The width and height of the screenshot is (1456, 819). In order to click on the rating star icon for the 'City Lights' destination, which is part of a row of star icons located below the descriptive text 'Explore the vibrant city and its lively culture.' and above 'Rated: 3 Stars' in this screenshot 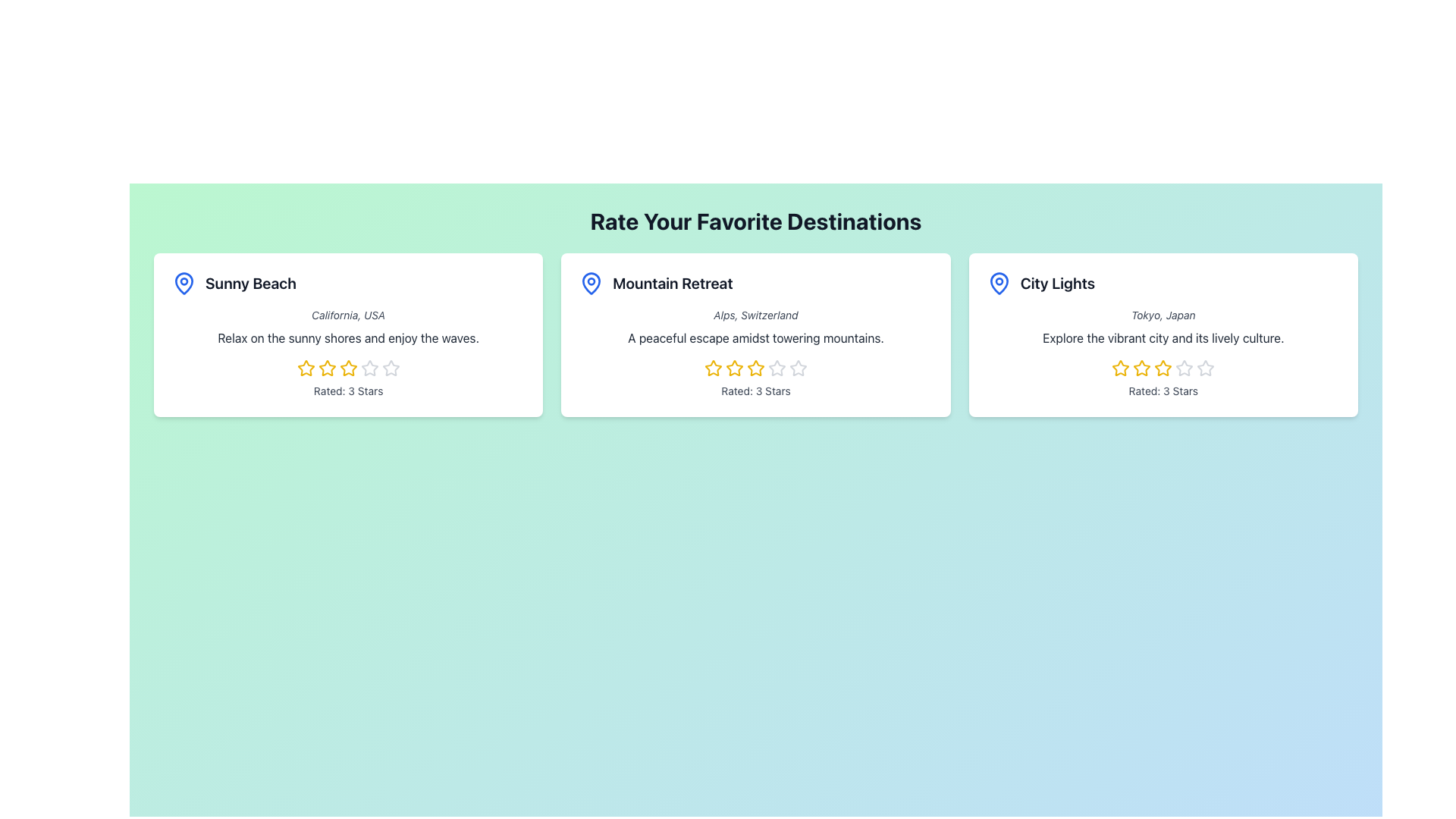, I will do `click(1163, 369)`.